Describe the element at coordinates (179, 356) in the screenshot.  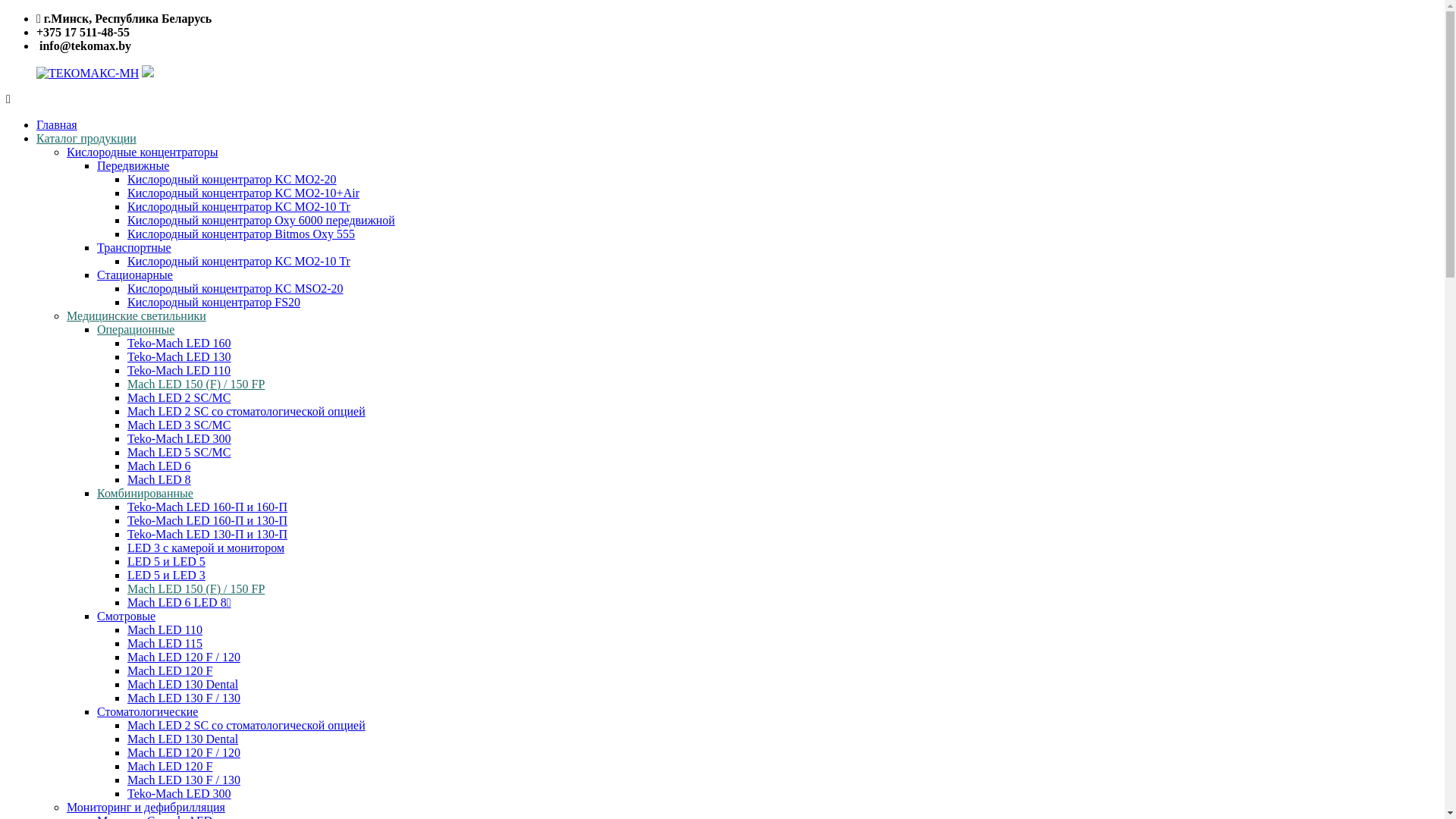
I see `'Teko-Mach LED 130'` at that location.